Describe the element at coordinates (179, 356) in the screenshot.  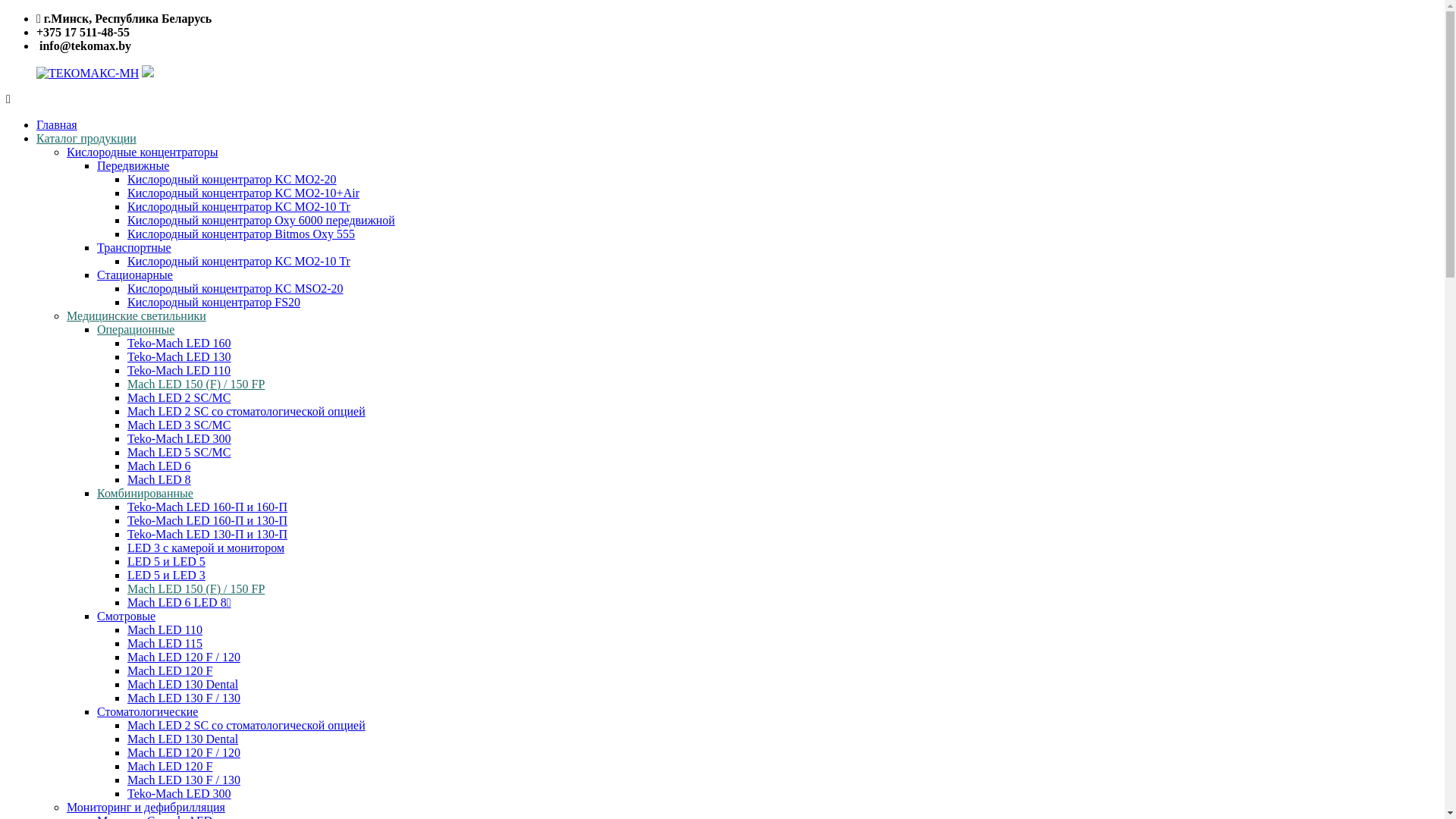
I see `'Teko-Mach LED 130'` at that location.